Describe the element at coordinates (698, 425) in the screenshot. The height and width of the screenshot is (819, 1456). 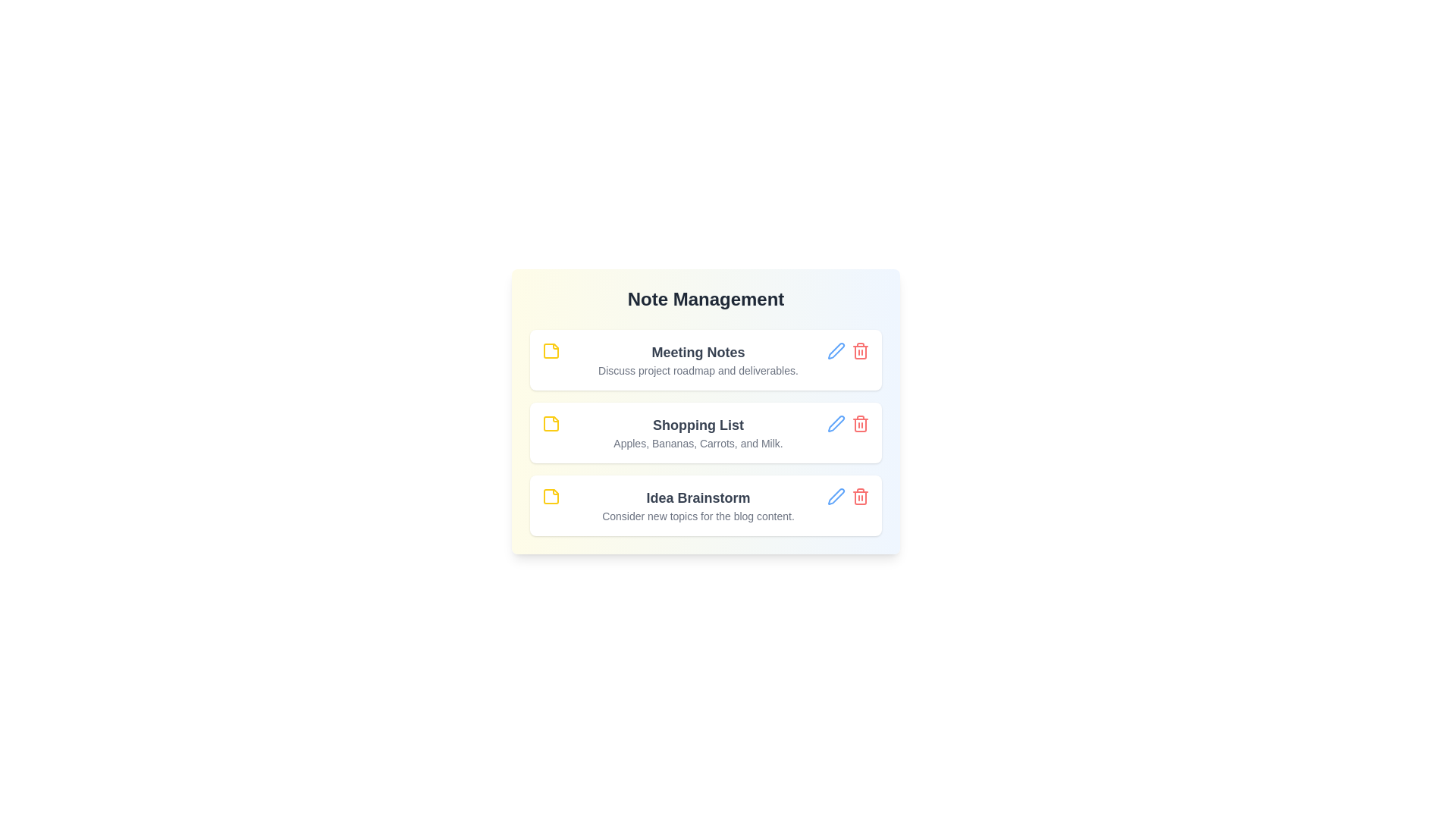
I see `the note titled 'Shopping List' to view its details` at that location.